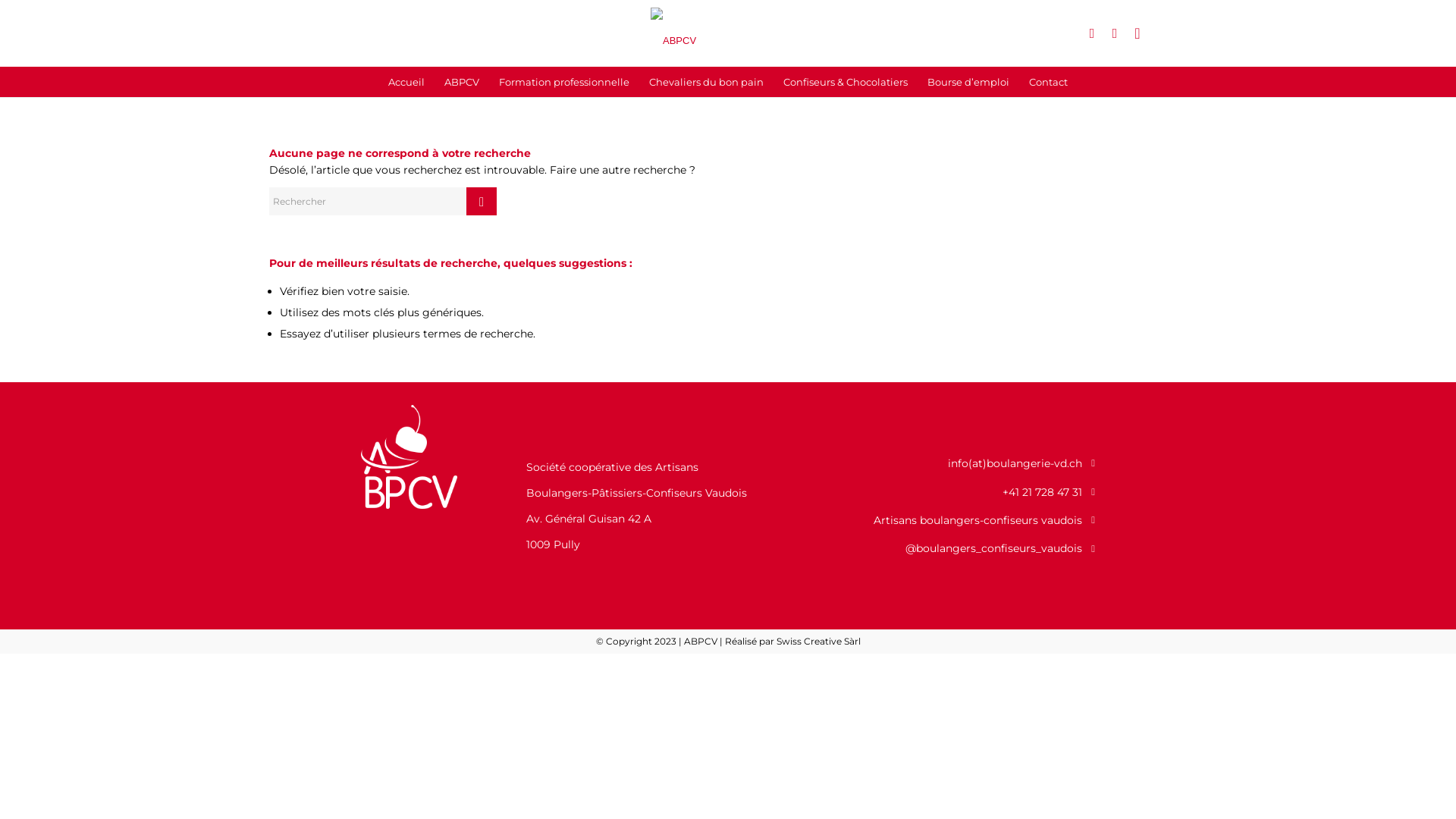  What do you see at coordinates (433, 82) in the screenshot?
I see `'ABPCV'` at bounding box center [433, 82].